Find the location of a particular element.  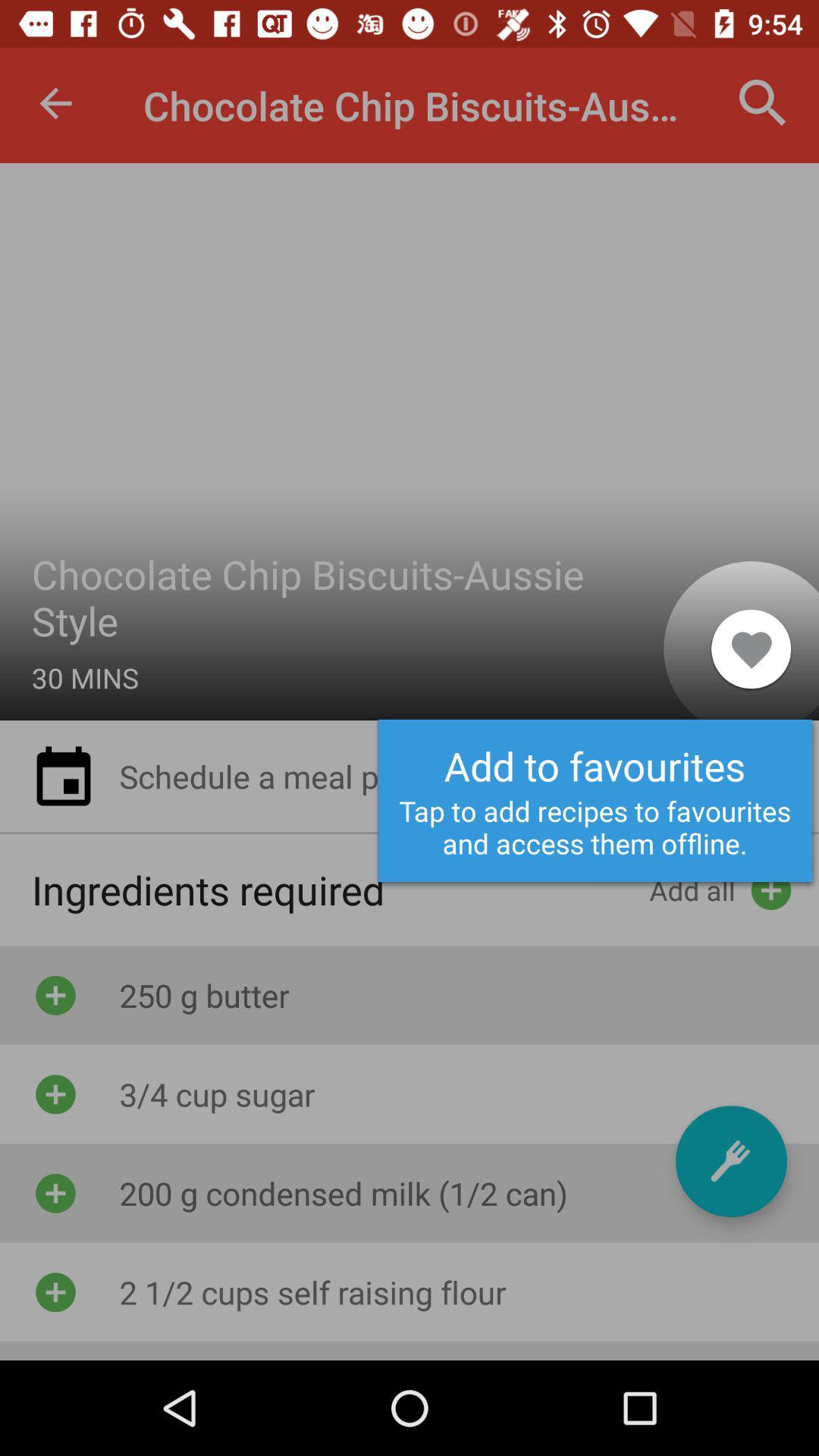

the edit icon is located at coordinates (730, 1160).